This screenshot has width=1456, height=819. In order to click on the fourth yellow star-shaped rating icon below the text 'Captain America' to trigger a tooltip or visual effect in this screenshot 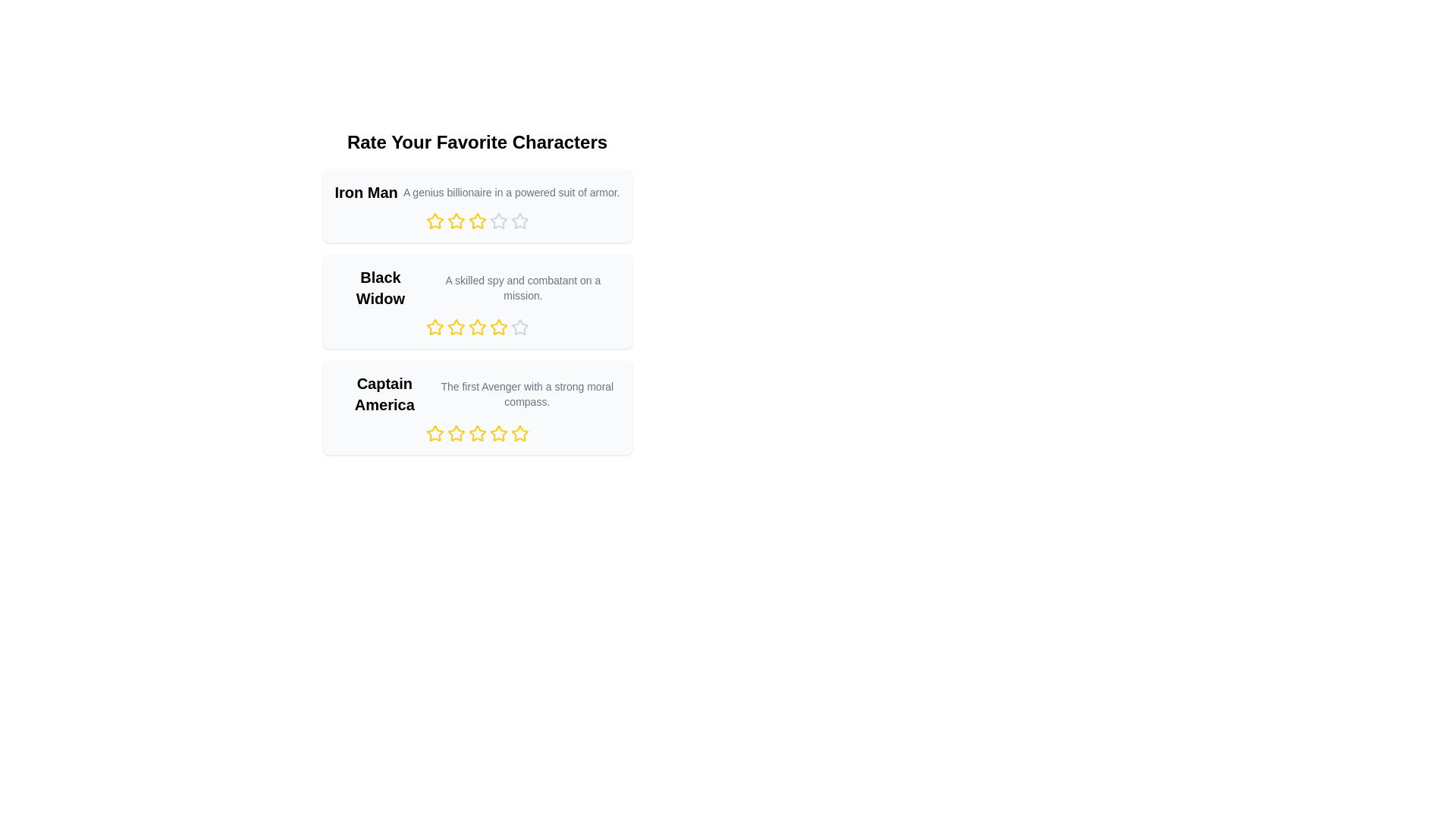, I will do `click(519, 433)`.